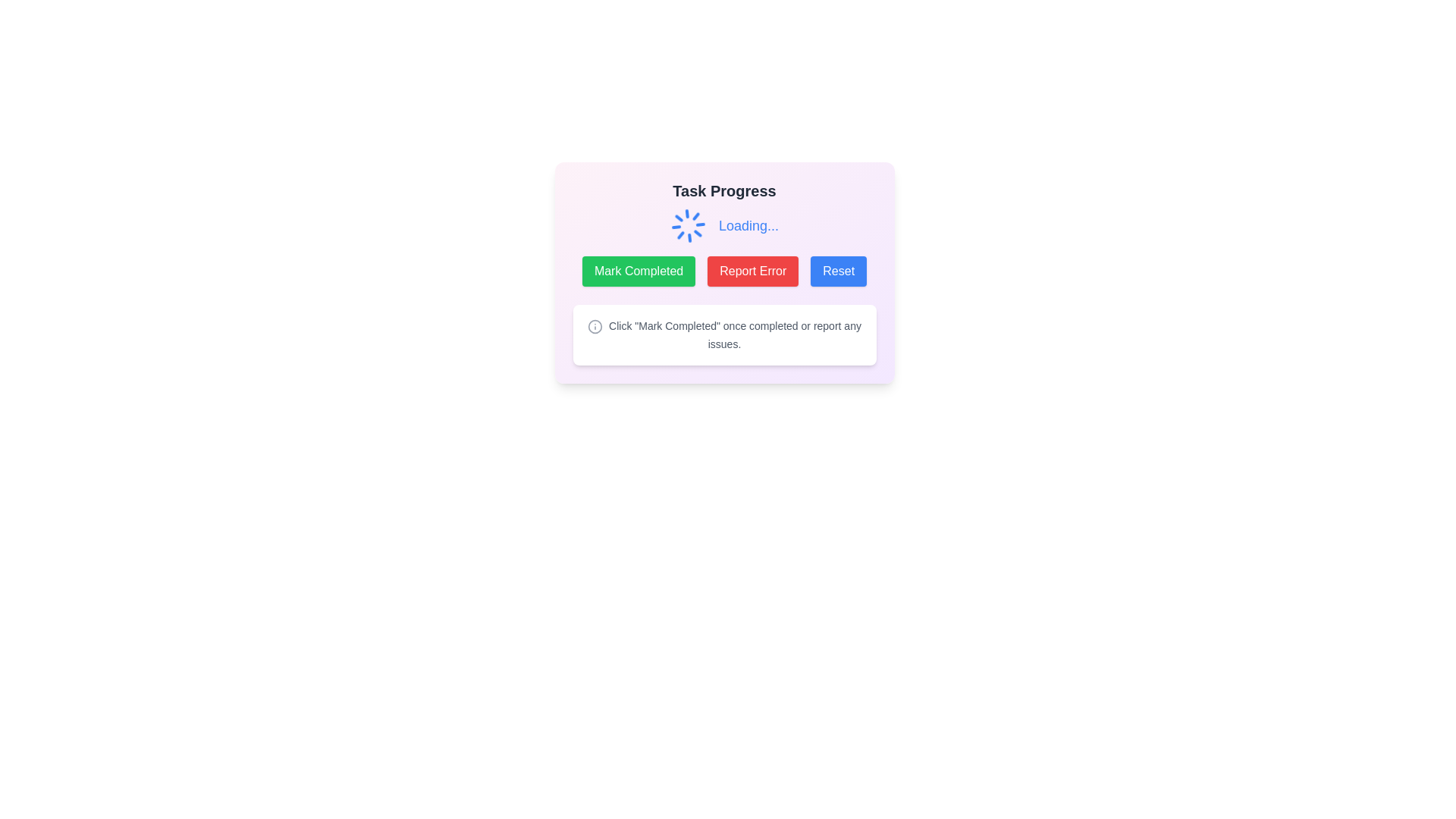 Image resolution: width=1456 pixels, height=819 pixels. Describe the element at coordinates (748, 225) in the screenshot. I see `text label indicating the current operation or task status, which is located immediately to the right of a spinning loader animation` at that location.